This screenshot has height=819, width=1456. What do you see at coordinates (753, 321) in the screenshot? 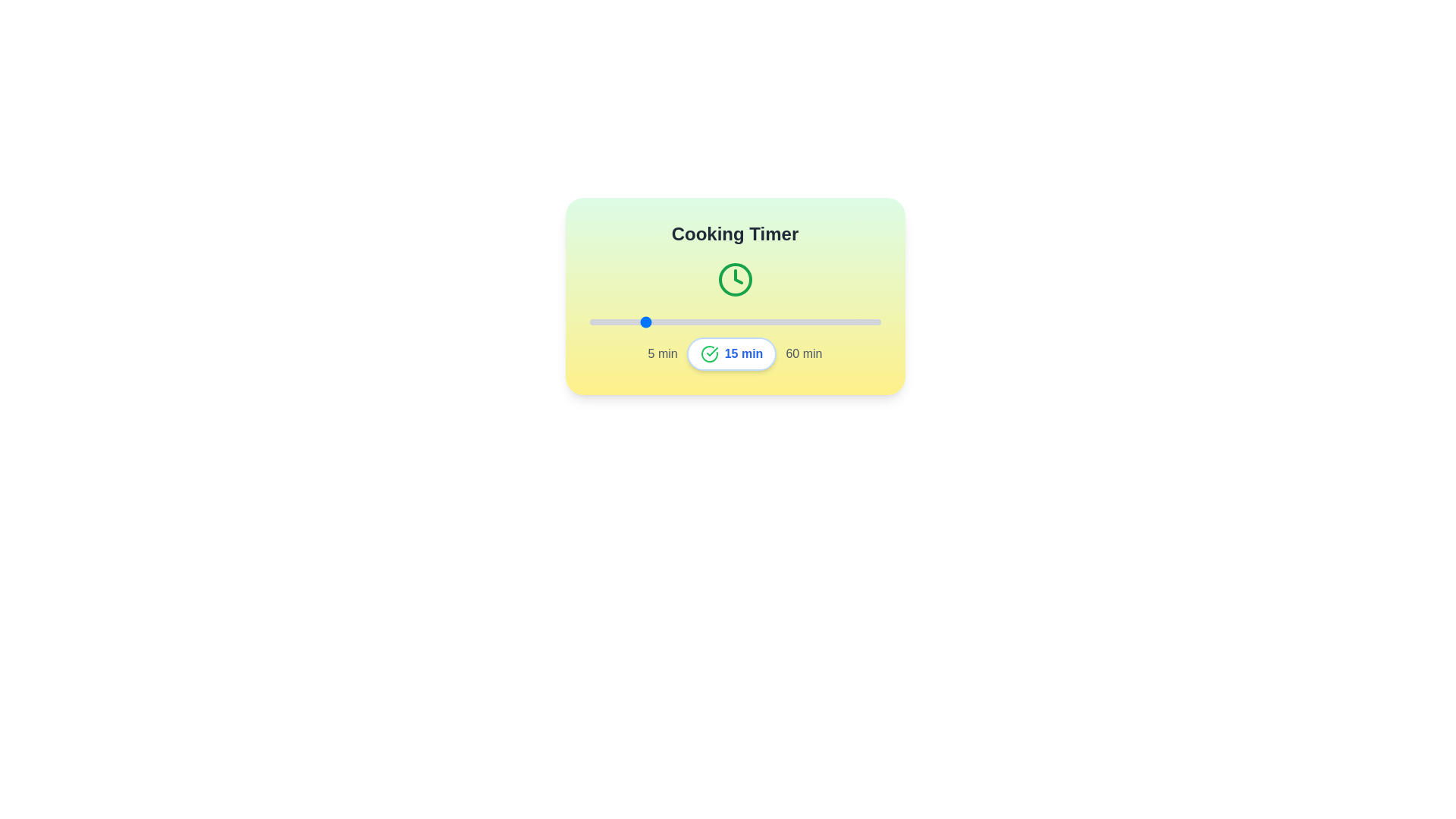
I see `slider` at bounding box center [753, 321].